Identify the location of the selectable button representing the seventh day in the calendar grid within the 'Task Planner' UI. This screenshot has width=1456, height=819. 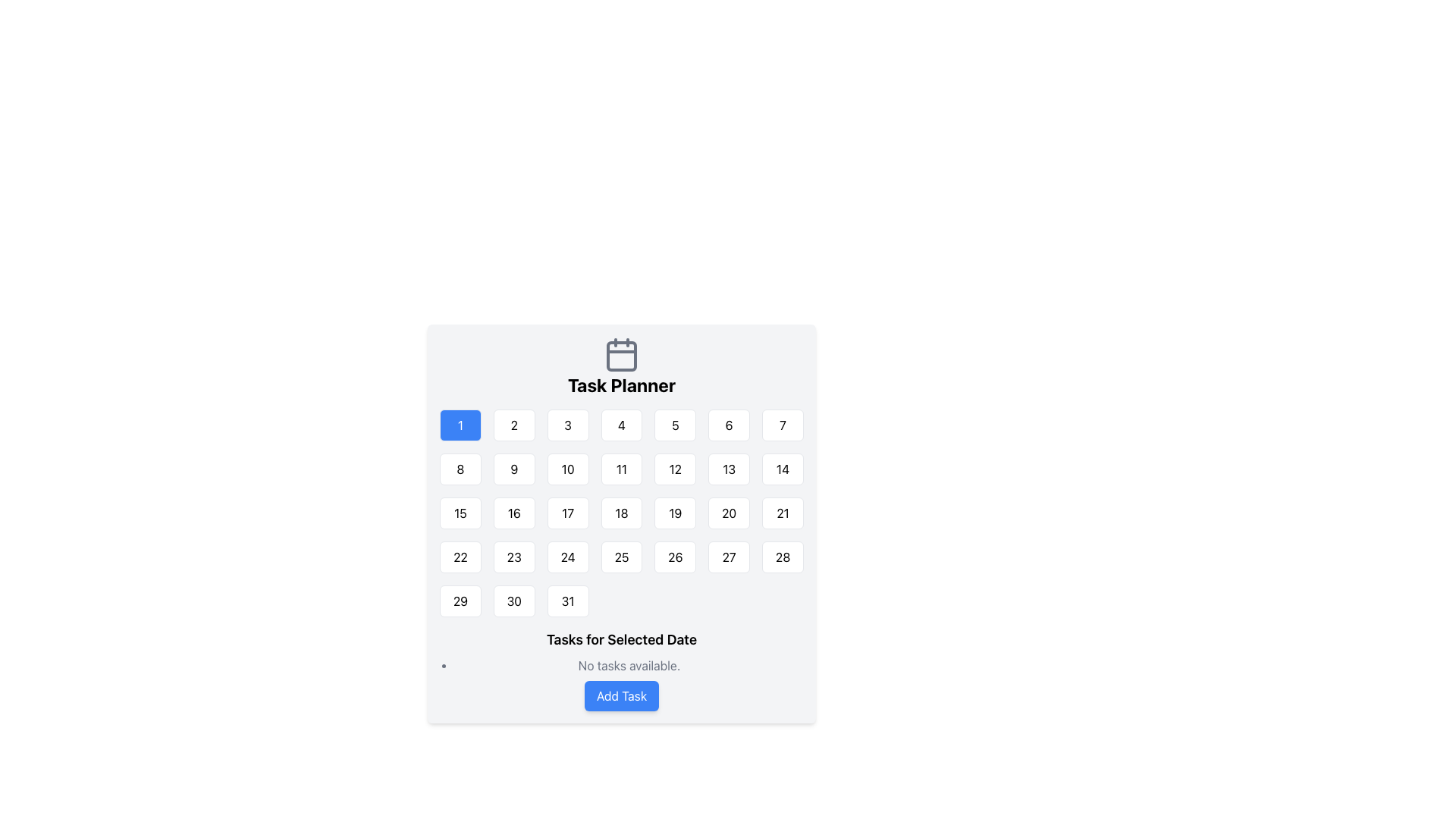
(783, 425).